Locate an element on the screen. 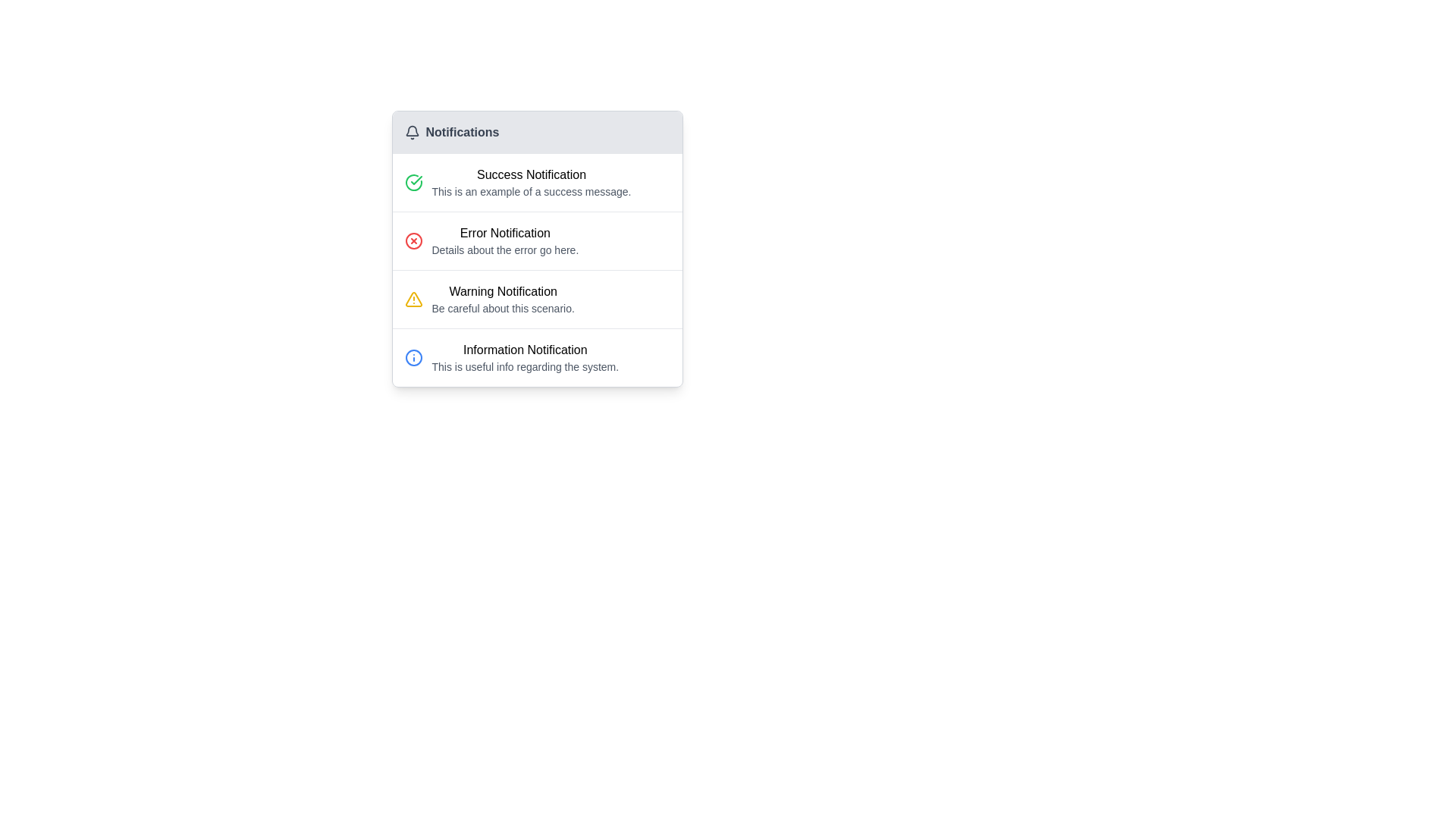 The image size is (1456, 819). the SVG Circle Element located in the 'Information Notification' row of the 'Notifications' list, which serves a decorative and indicative function is located at coordinates (413, 357).